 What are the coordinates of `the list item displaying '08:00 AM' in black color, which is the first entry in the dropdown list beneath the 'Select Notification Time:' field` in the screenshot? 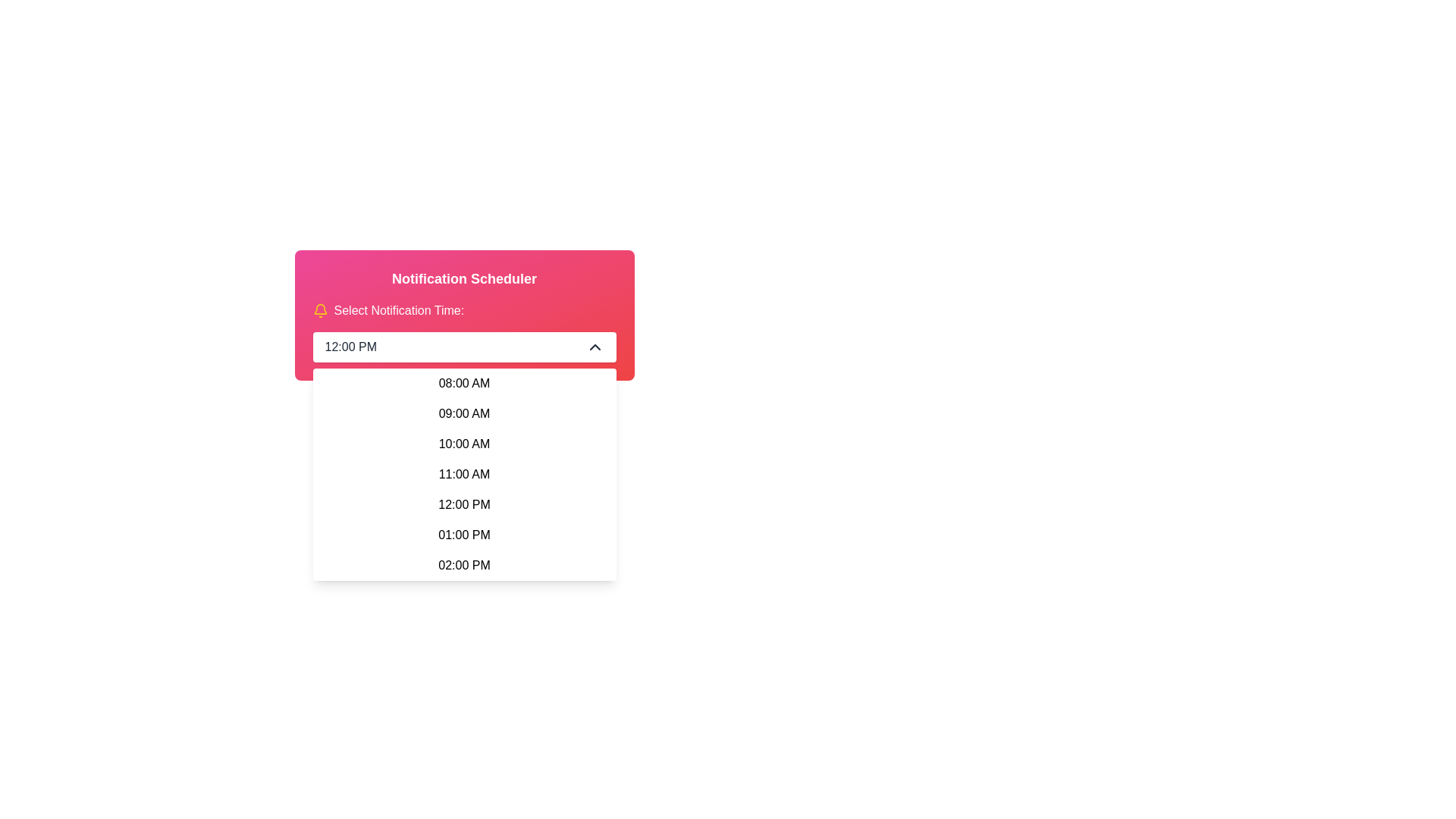 It's located at (463, 382).